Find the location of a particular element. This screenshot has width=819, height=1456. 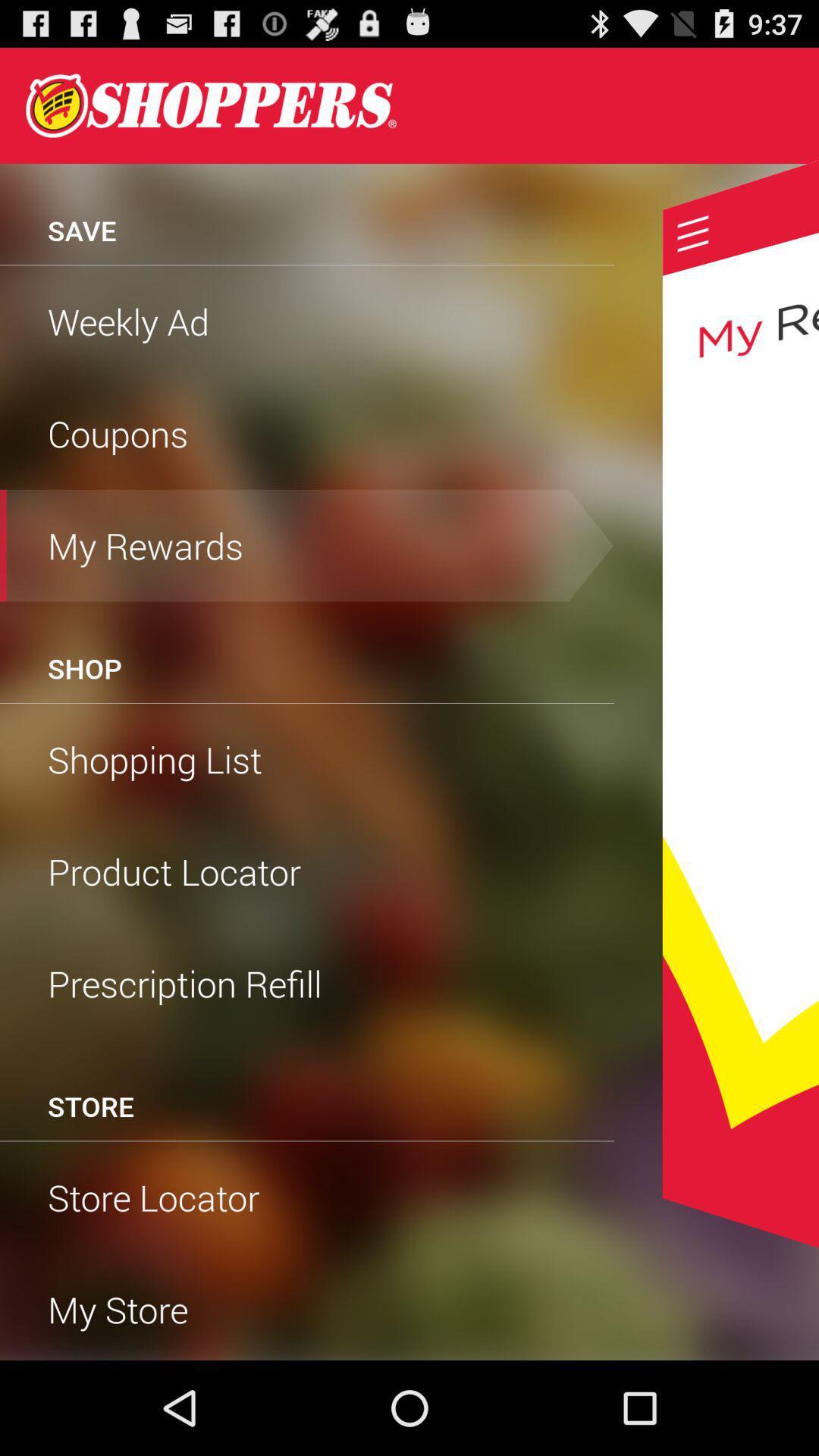

rewards display menu is located at coordinates (739, 703).